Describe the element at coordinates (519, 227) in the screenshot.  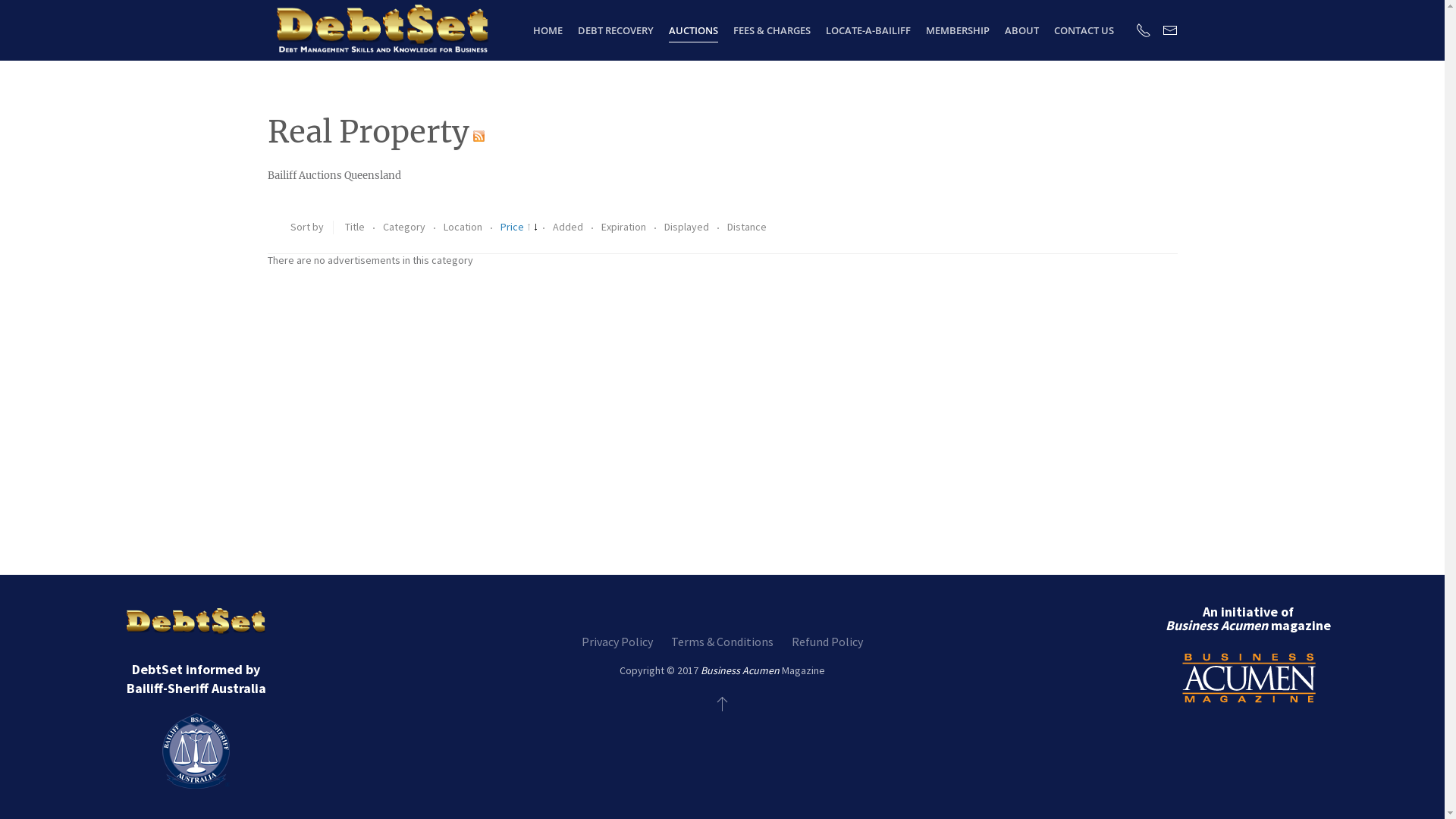
I see `'Price'` at that location.